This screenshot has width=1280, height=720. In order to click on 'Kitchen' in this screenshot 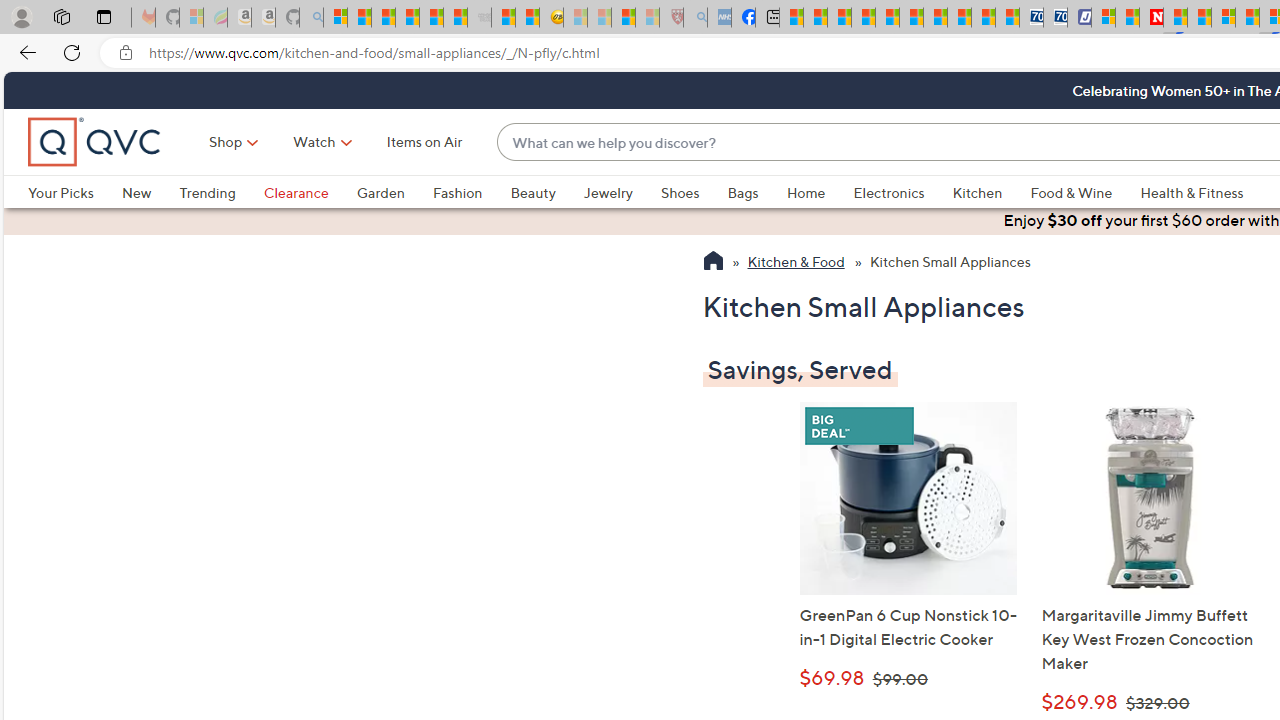, I will do `click(991, 192)`.